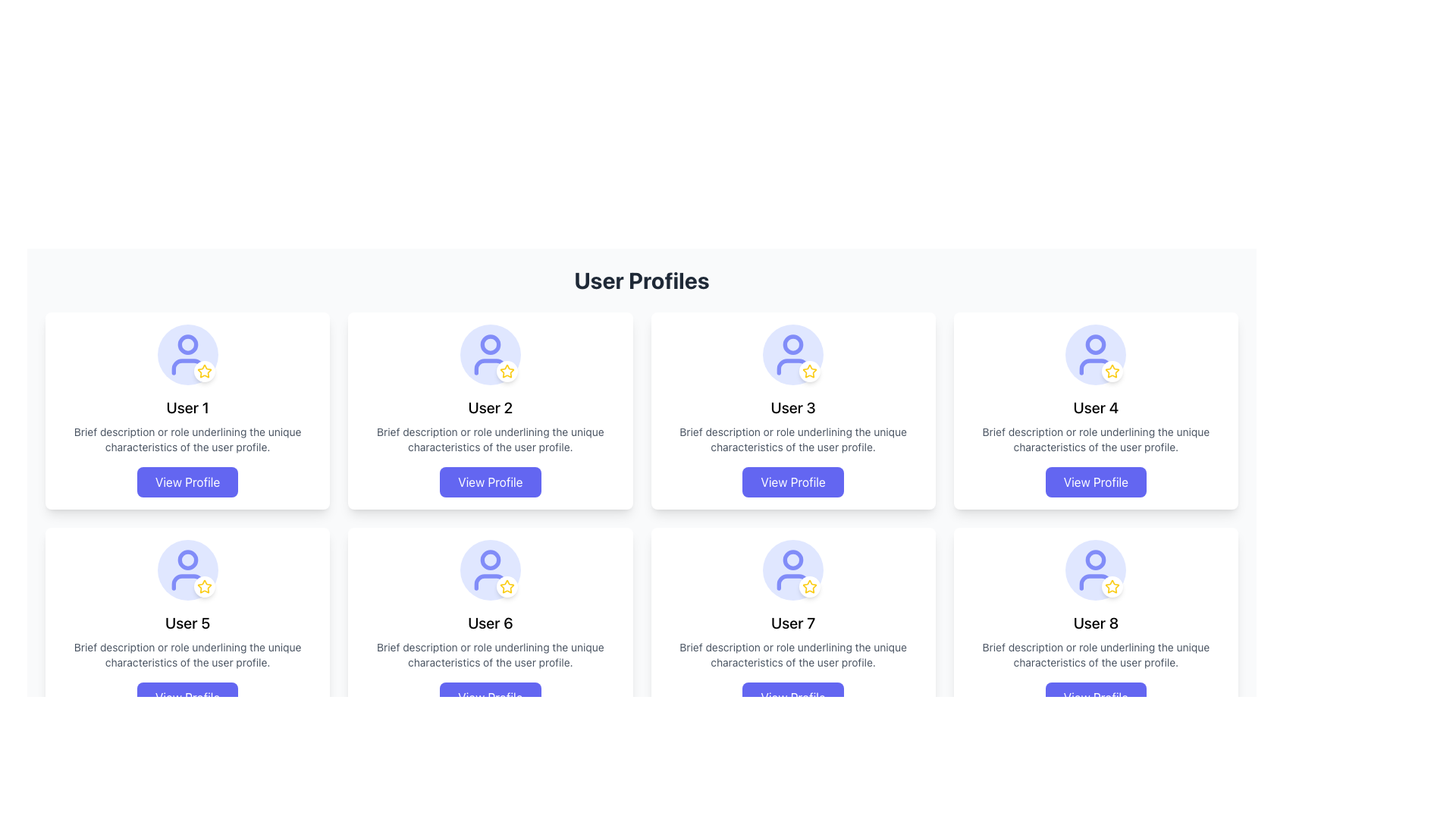  Describe the element at coordinates (1112, 371) in the screenshot. I see `the circular button with a yellow star icon located at the bottom-right corner of the profile image area for 'User 4'` at that location.